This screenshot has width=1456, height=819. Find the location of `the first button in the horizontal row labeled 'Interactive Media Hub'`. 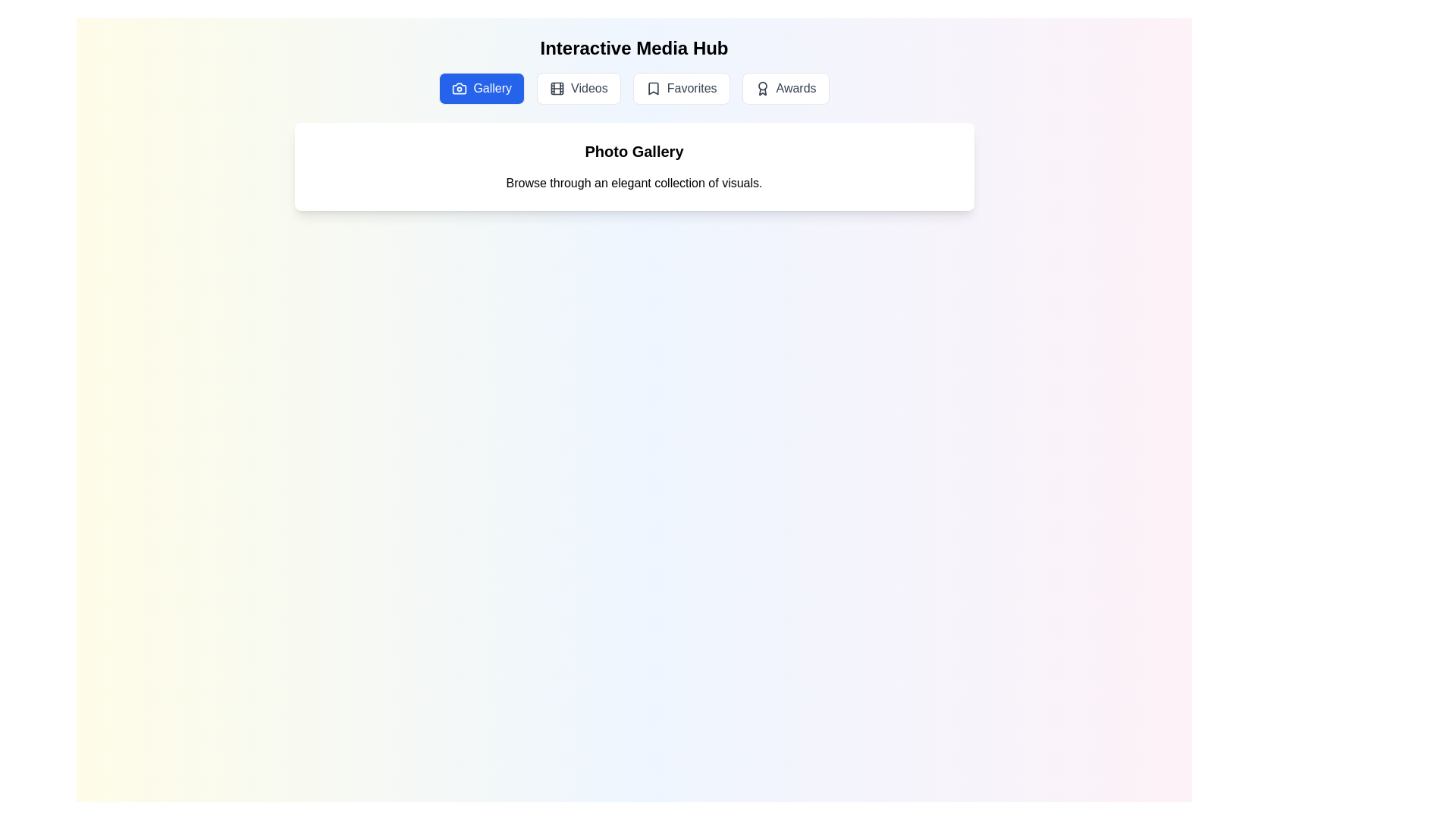

the first button in the horizontal row labeled 'Interactive Media Hub' is located at coordinates (481, 88).